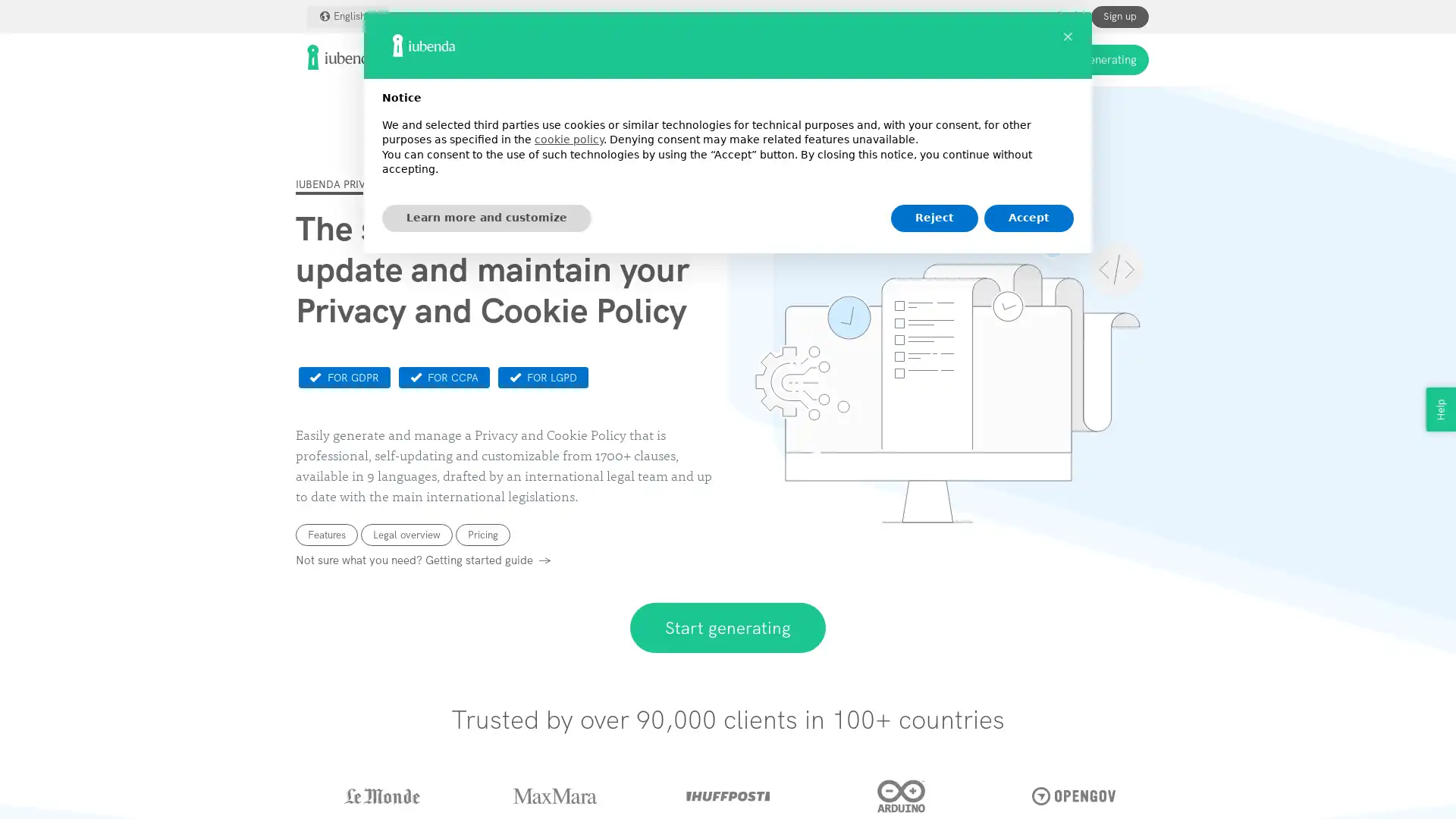  What do you see at coordinates (934, 217) in the screenshot?
I see `Reject` at bounding box center [934, 217].